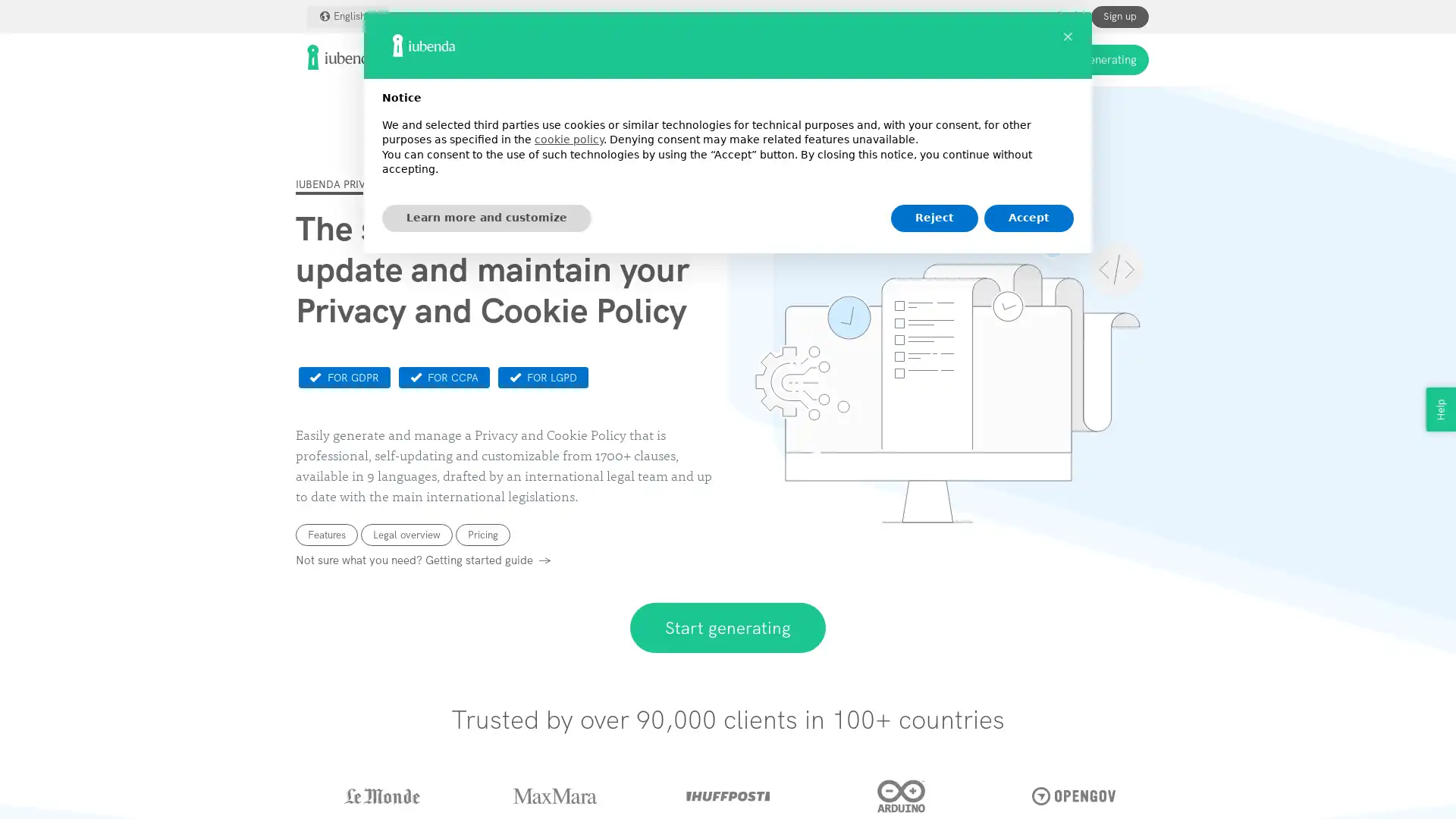  What do you see at coordinates (934, 217) in the screenshot?
I see `Reject` at bounding box center [934, 217].